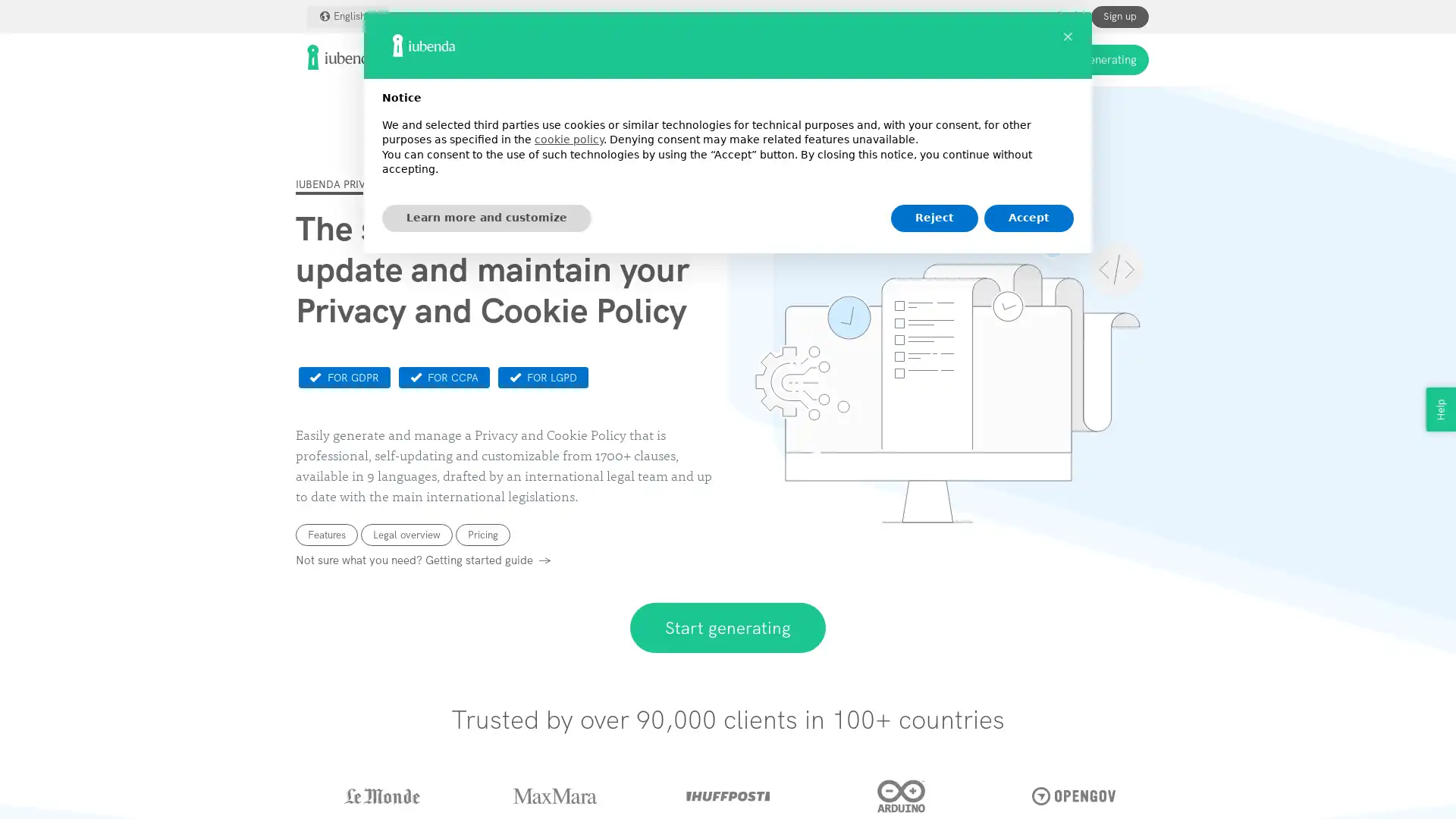  What do you see at coordinates (934, 217) in the screenshot?
I see `Reject` at bounding box center [934, 217].